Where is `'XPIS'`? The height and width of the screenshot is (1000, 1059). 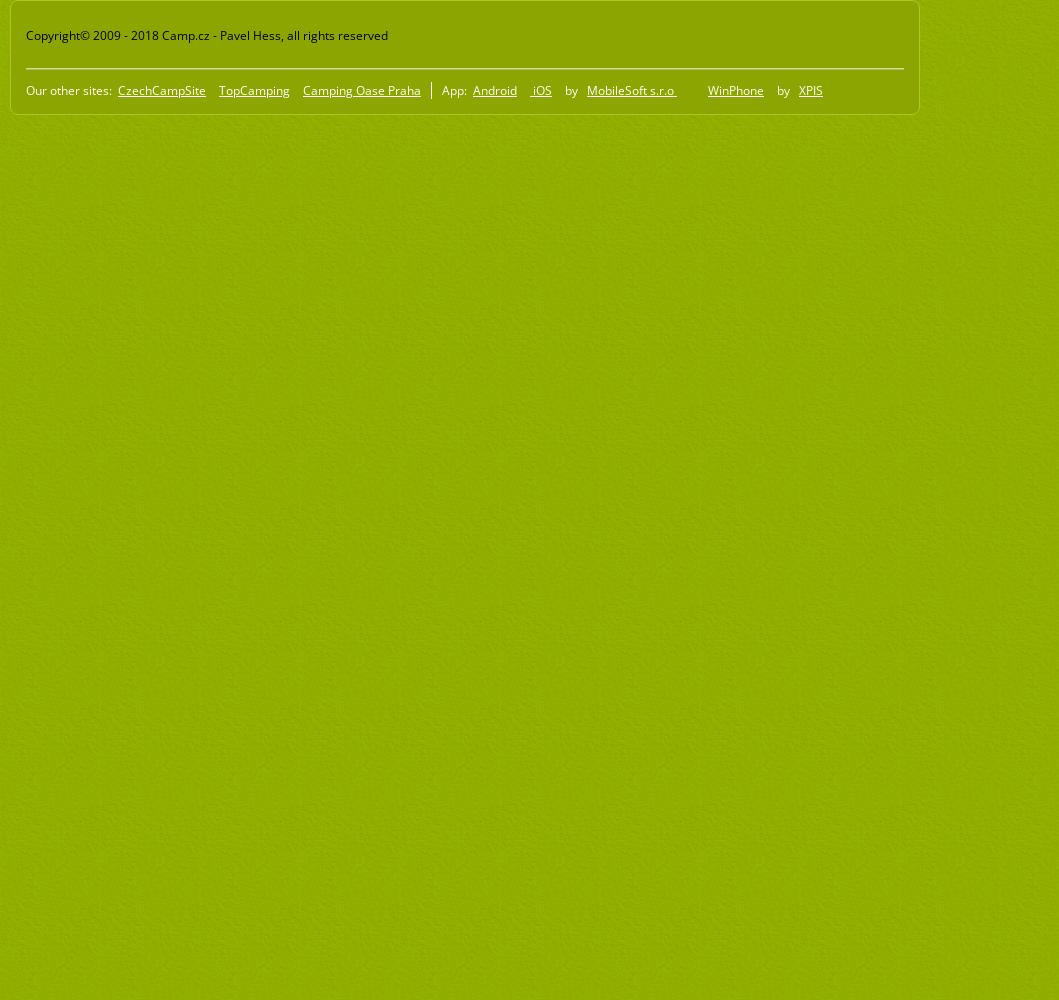 'XPIS' is located at coordinates (809, 88).